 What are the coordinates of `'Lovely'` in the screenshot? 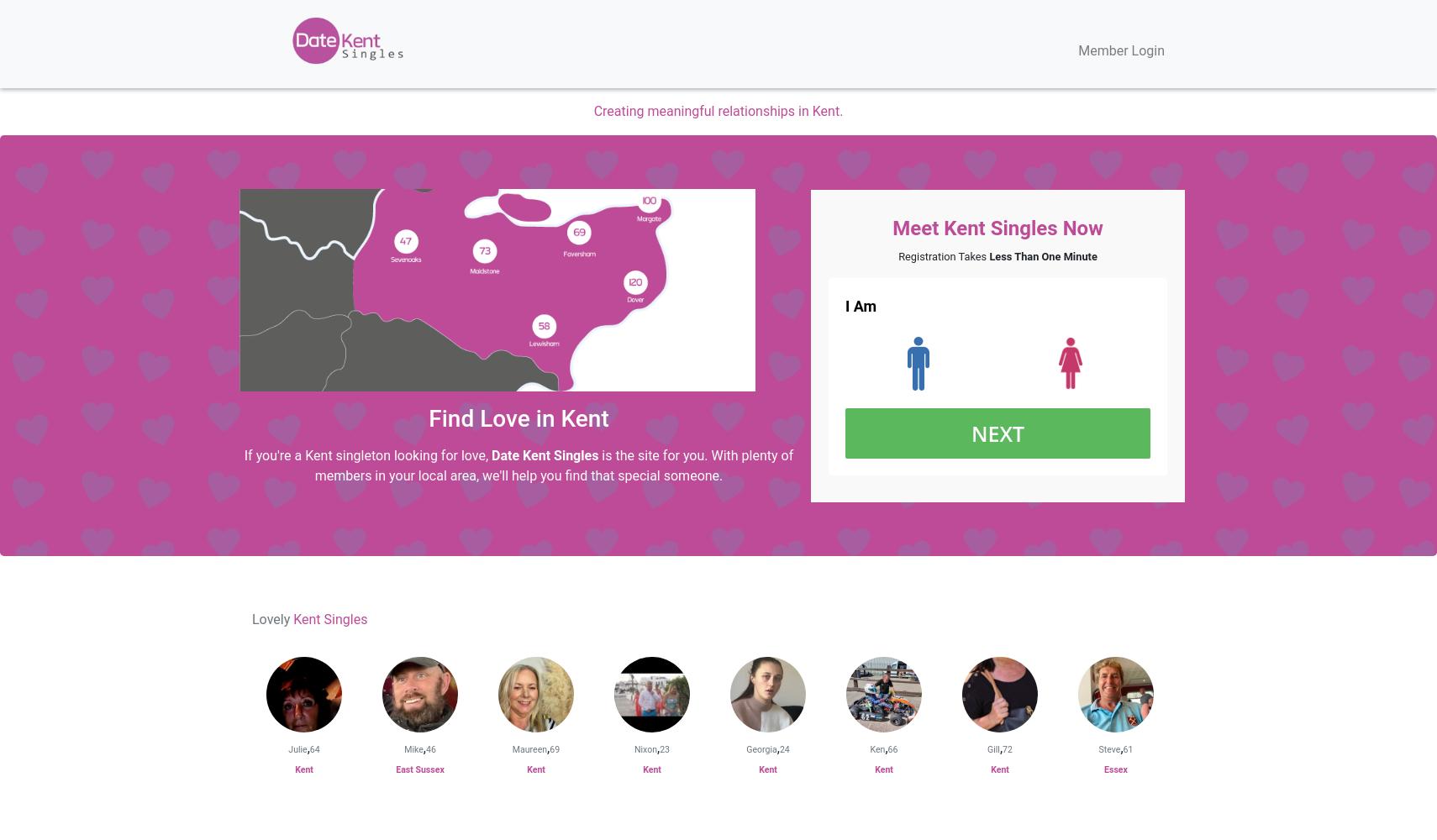 It's located at (271, 618).